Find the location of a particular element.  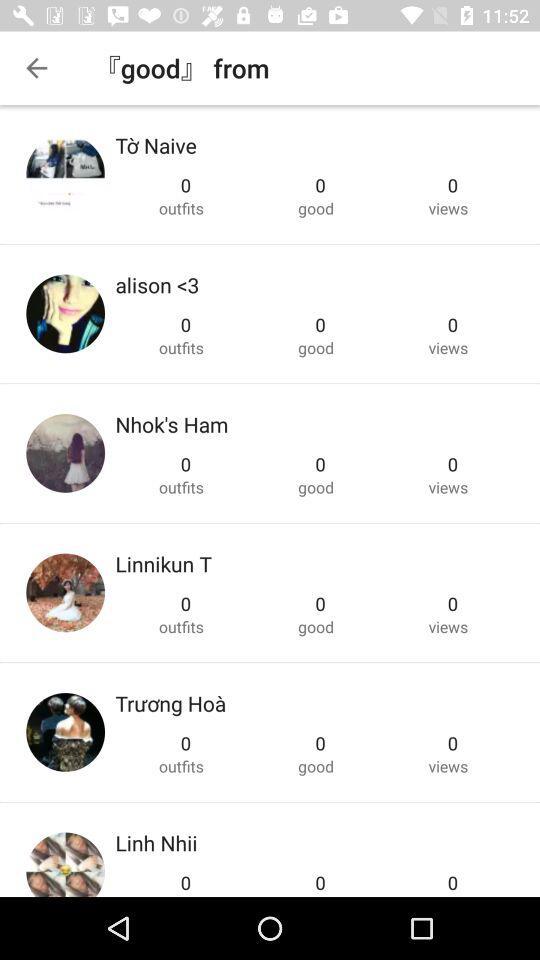

the icon below the outfits item is located at coordinates (155, 841).